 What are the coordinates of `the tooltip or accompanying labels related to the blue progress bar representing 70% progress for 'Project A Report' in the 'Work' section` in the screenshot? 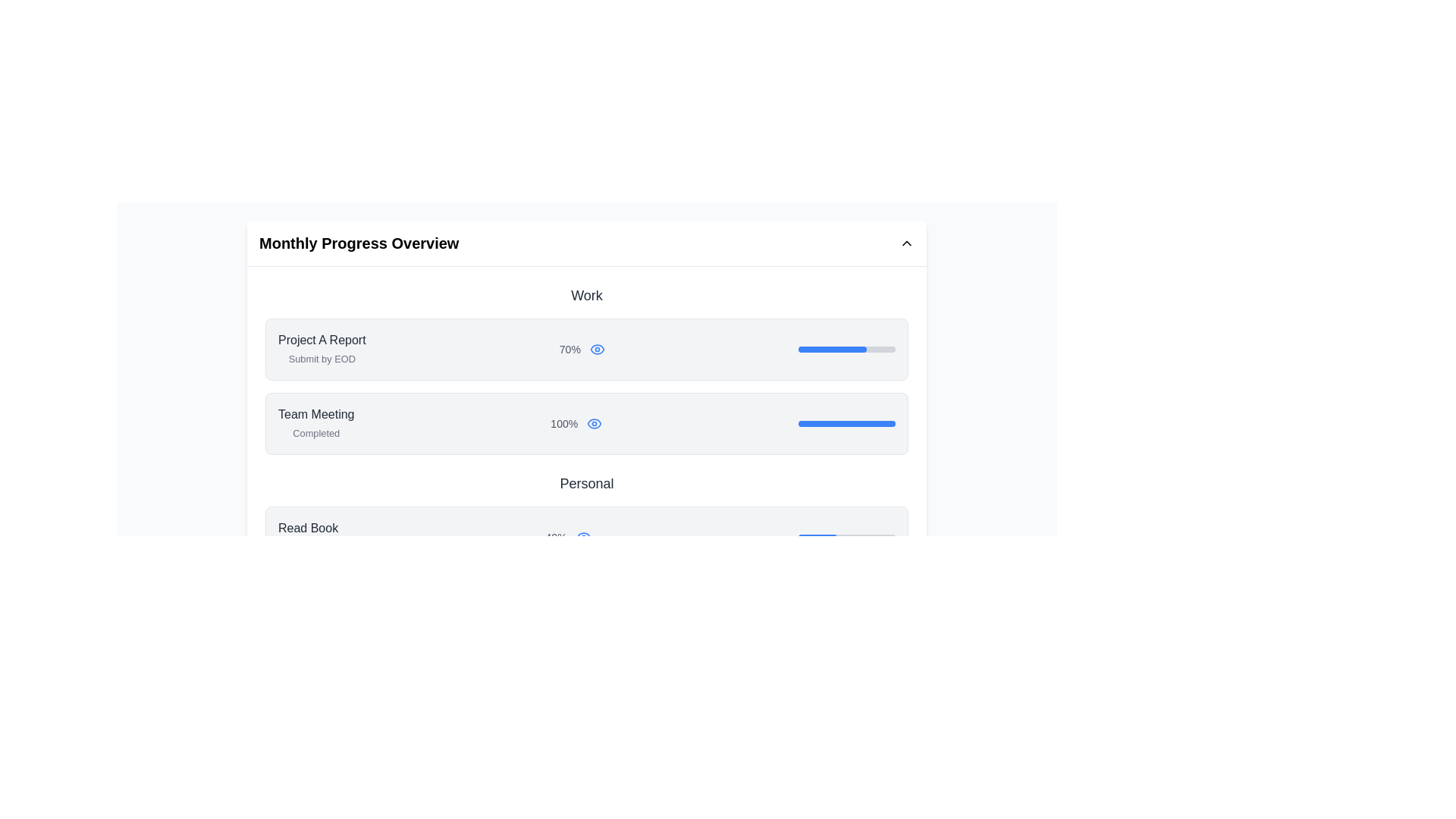 It's located at (831, 350).